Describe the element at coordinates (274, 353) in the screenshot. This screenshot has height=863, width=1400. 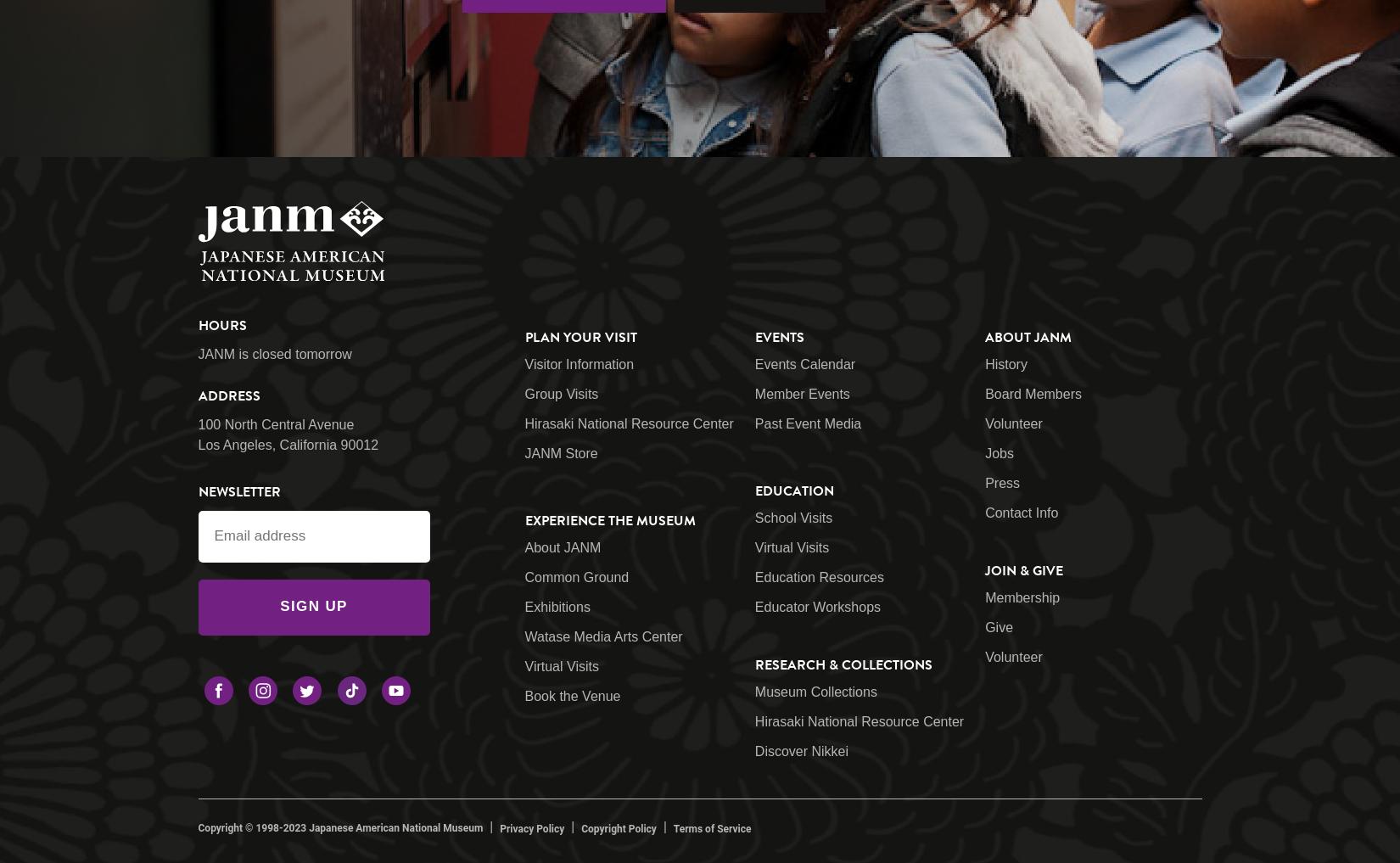
I see `'JANM is closed tomorrow'` at that location.